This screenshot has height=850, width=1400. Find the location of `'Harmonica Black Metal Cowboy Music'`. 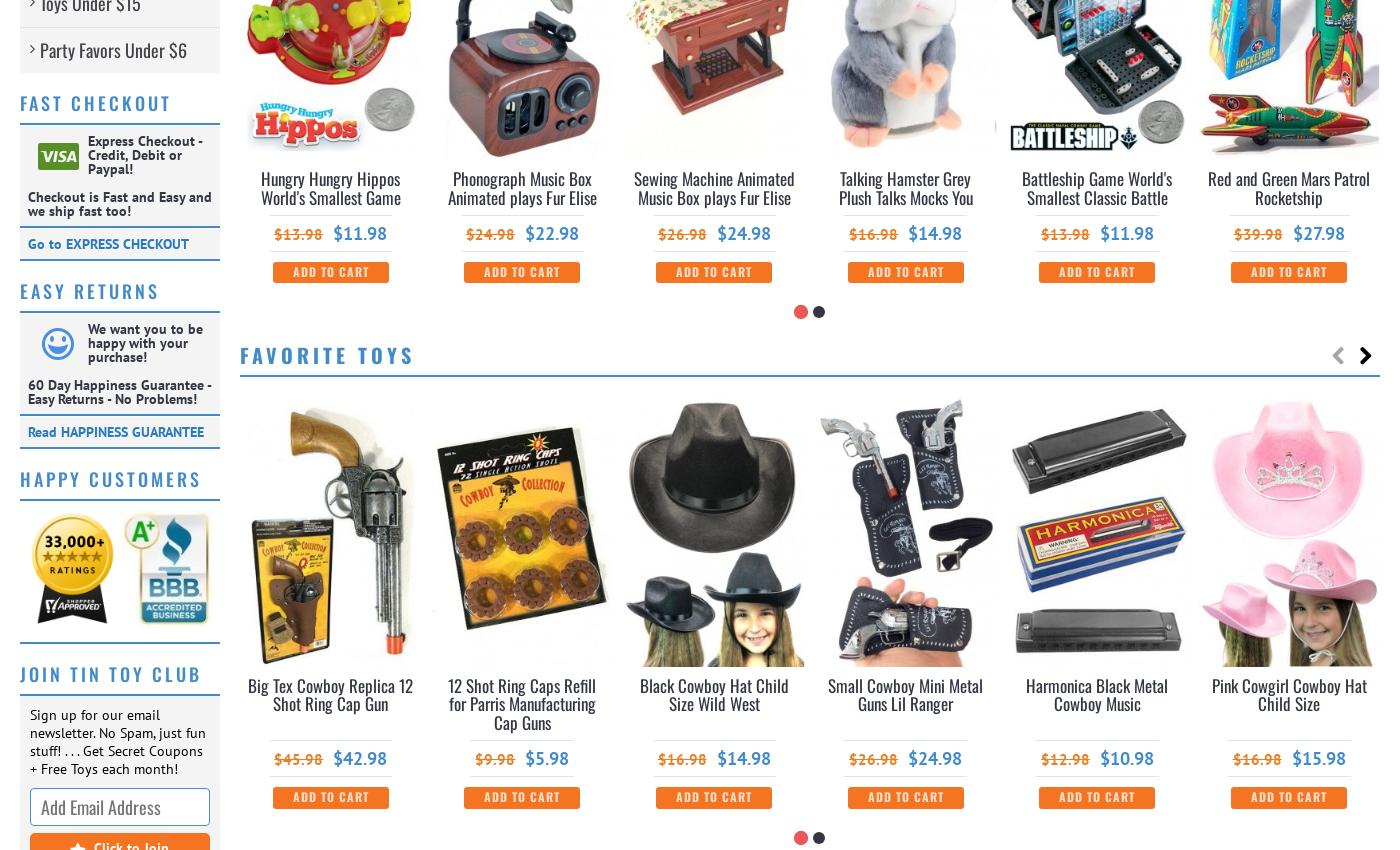

'Harmonica Black Metal Cowboy Music' is located at coordinates (1097, 693).